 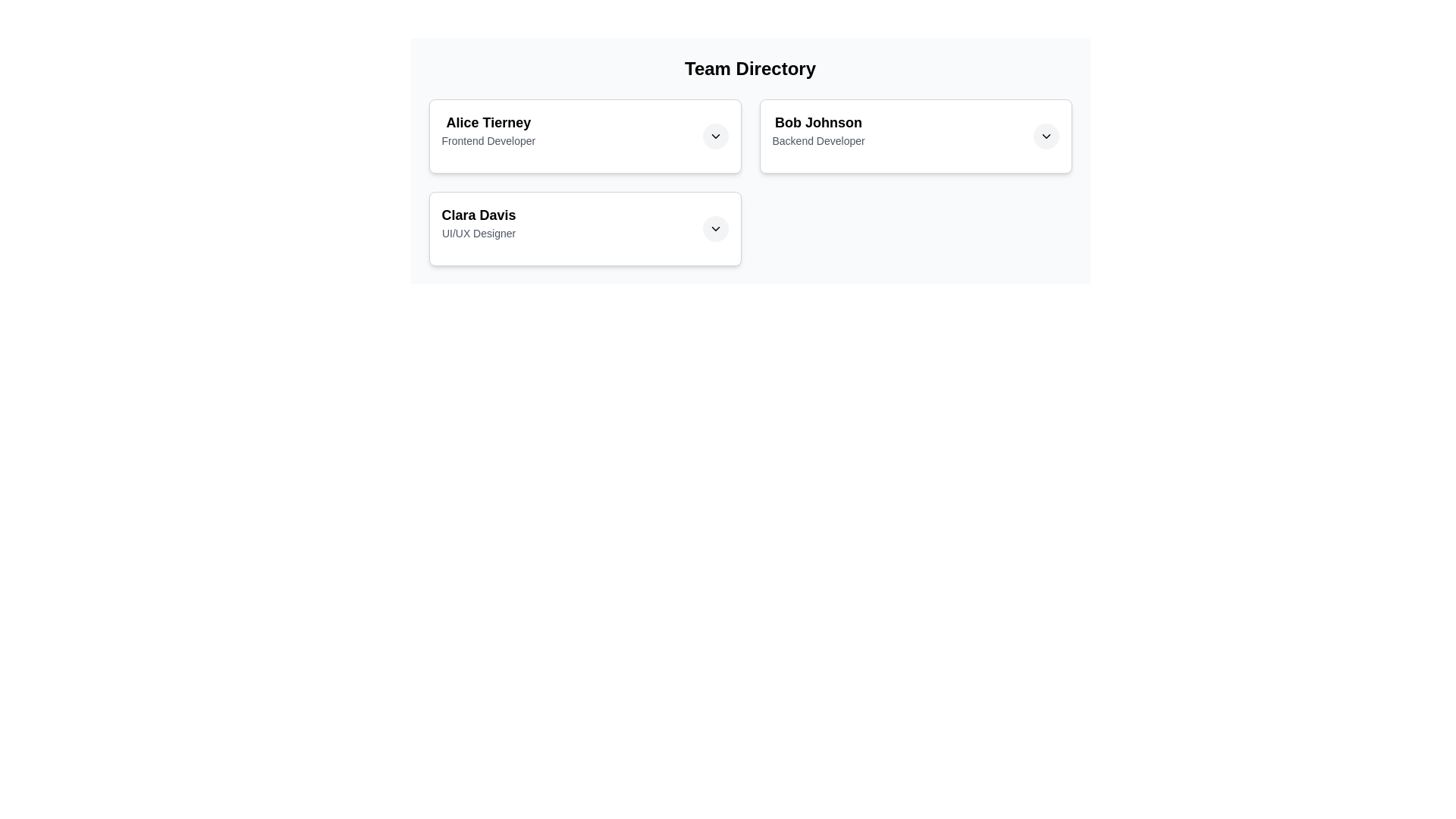 I want to click on the Dropdown indicator icon located in the top-right corner of the card containing 'Bob Johnson' and the title 'Backend Developer', so click(x=1045, y=136).